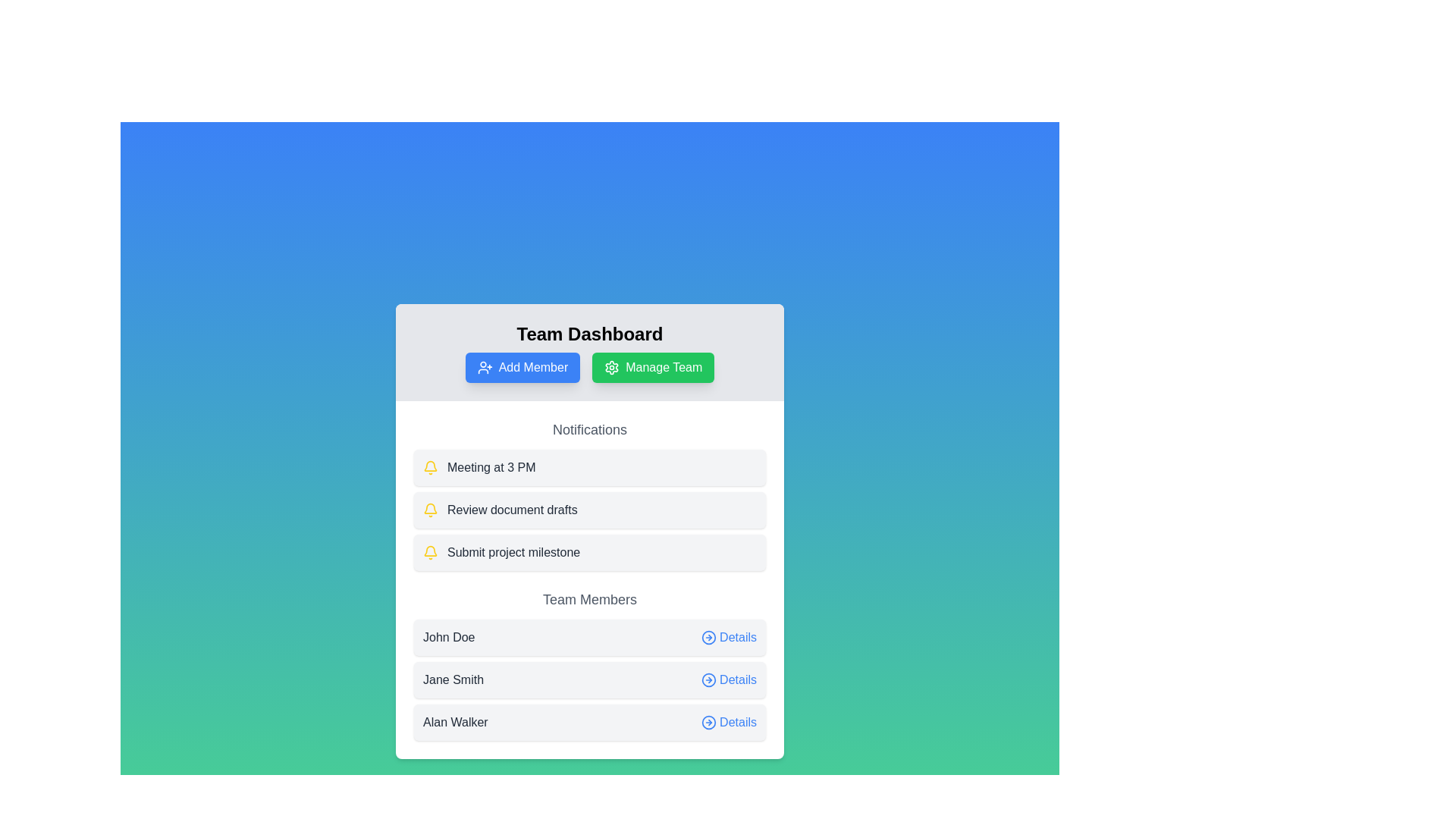 The width and height of the screenshot is (1456, 819). What do you see at coordinates (588, 494) in the screenshot?
I see `the second notification item in the 'Notifications' section, which reminds the user to 'Review document drafts'` at bounding box center [588, 494].